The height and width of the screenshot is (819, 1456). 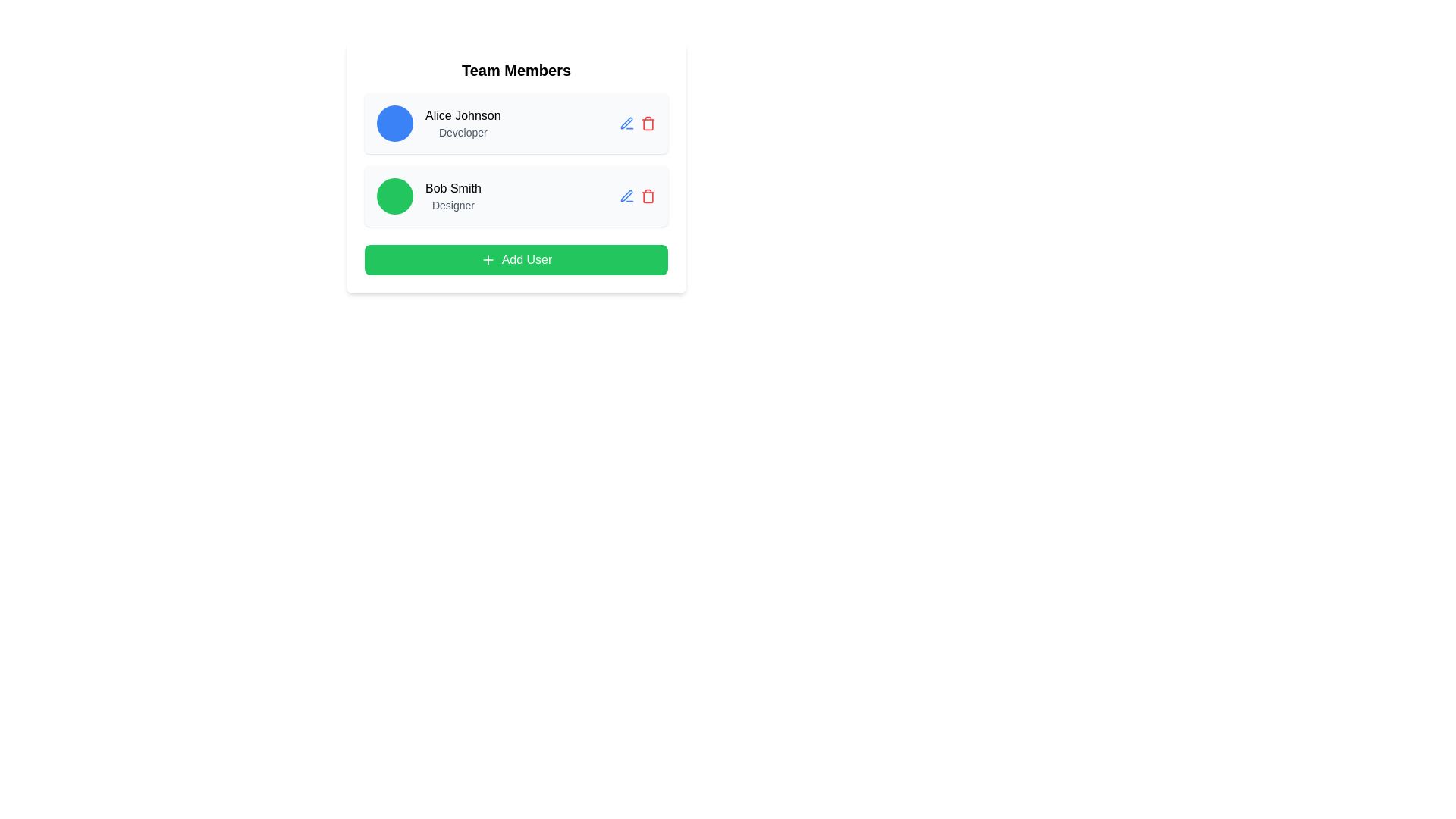 I want to click on the green 'Add User' button located below the 'Team Members' section, so click(x=516, y=259).